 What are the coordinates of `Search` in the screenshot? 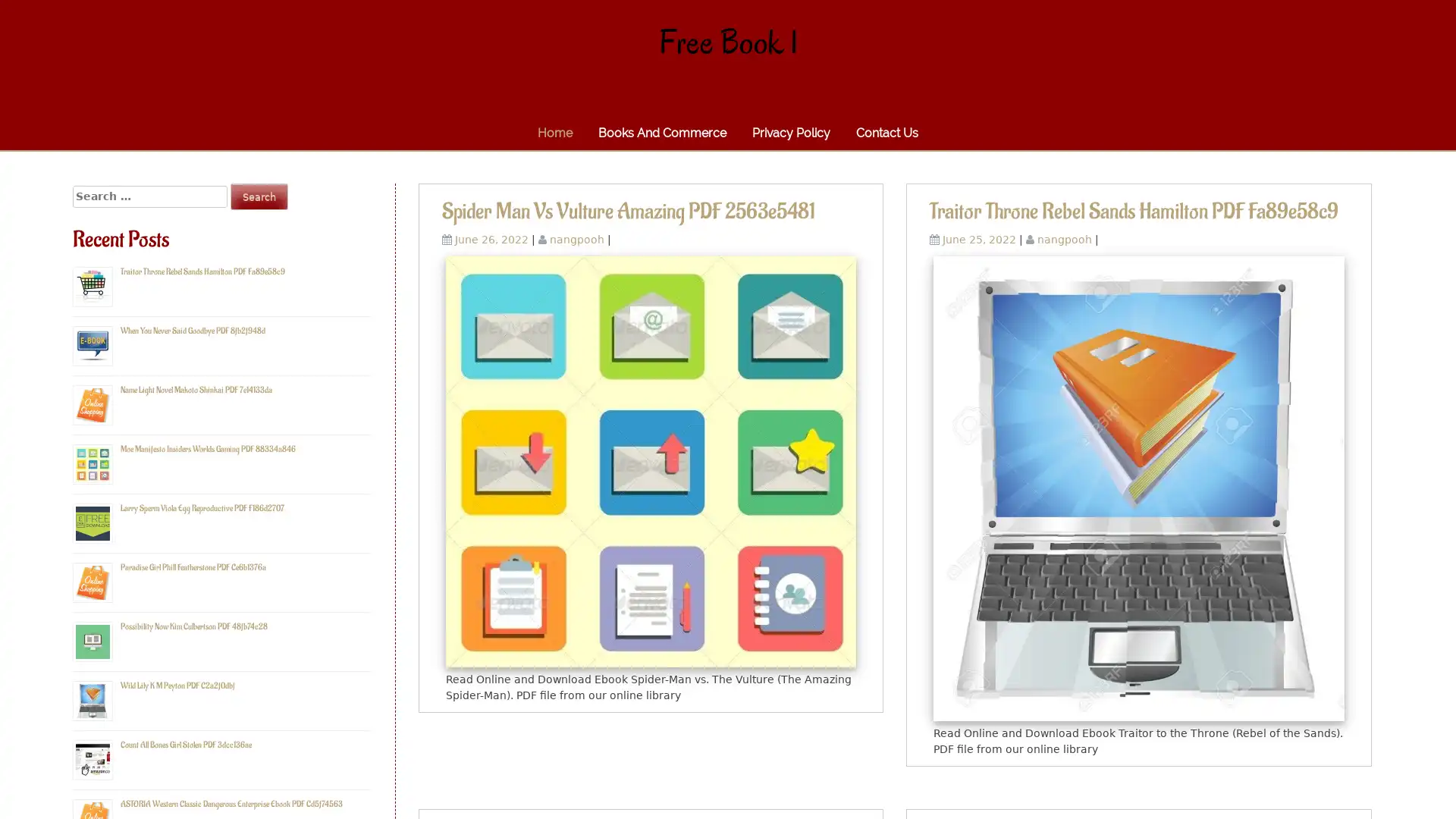 It's located at (259, 196).